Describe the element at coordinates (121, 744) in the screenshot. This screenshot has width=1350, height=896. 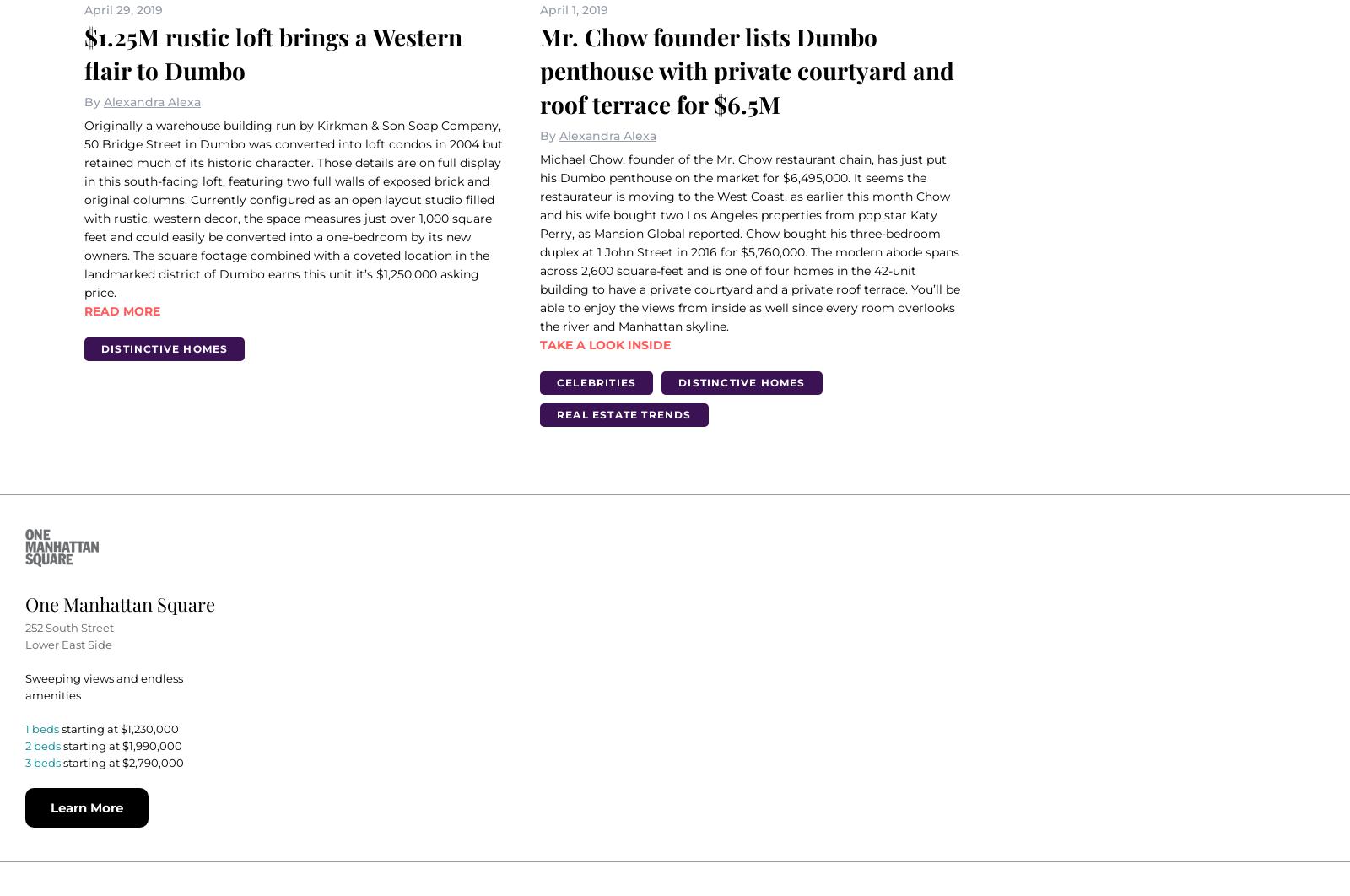
I see `'starting at $1,990,000'` at that location.